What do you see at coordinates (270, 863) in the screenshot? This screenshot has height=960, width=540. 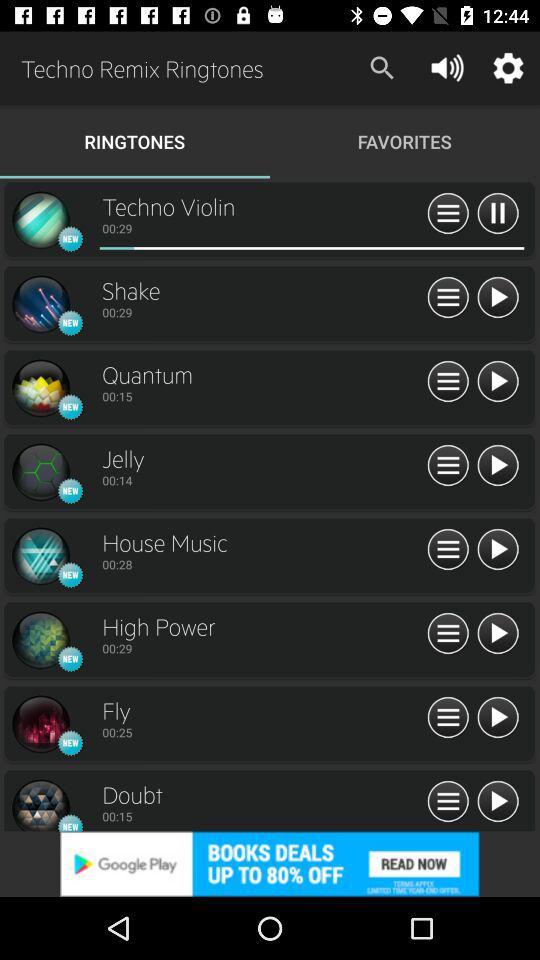 I see `click on advertisement` at bounding box center [270, 863].